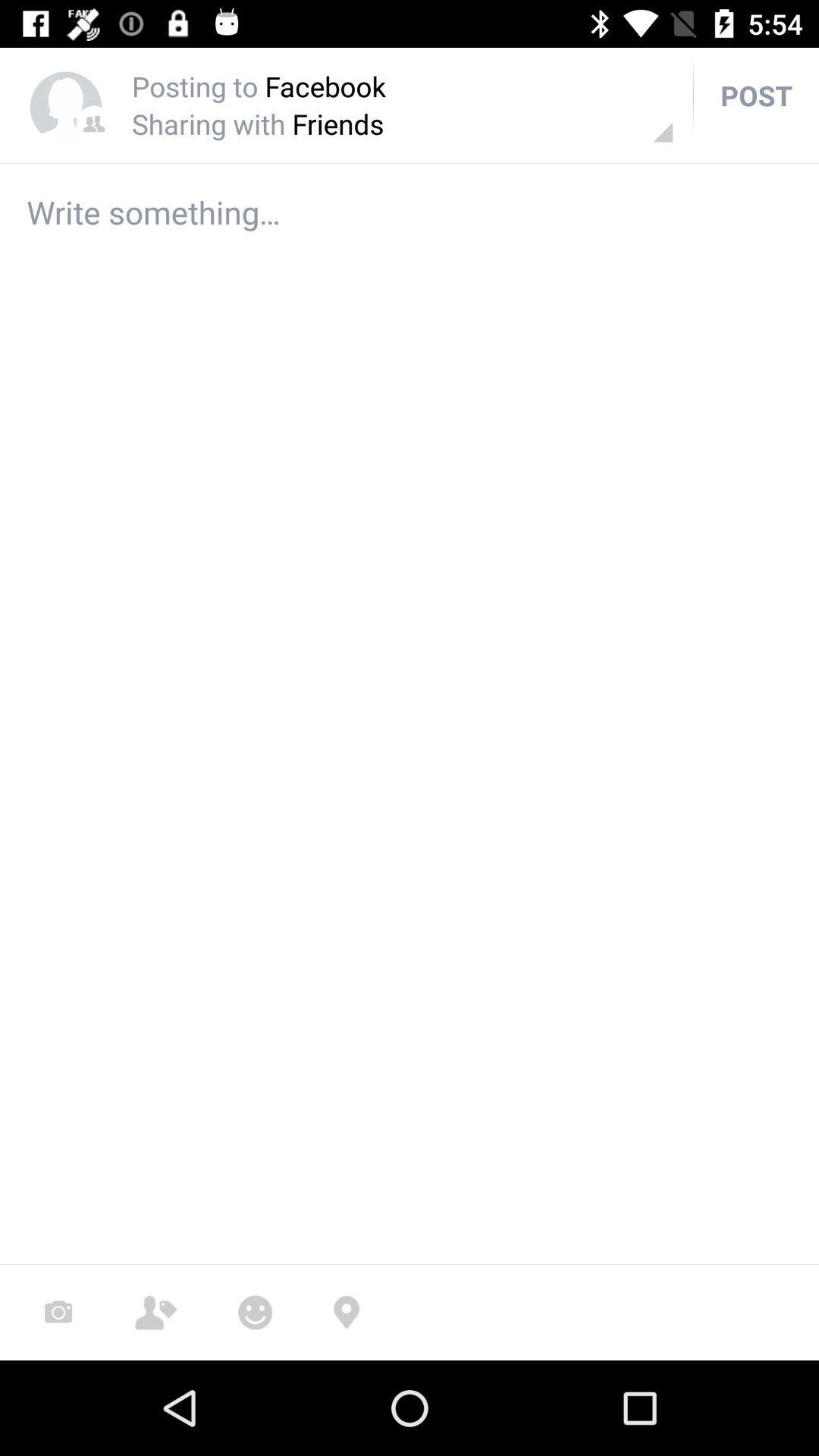 The height and width of the screenshot is (1456, 819). I want to click on the location icon, so click(346, 1312).